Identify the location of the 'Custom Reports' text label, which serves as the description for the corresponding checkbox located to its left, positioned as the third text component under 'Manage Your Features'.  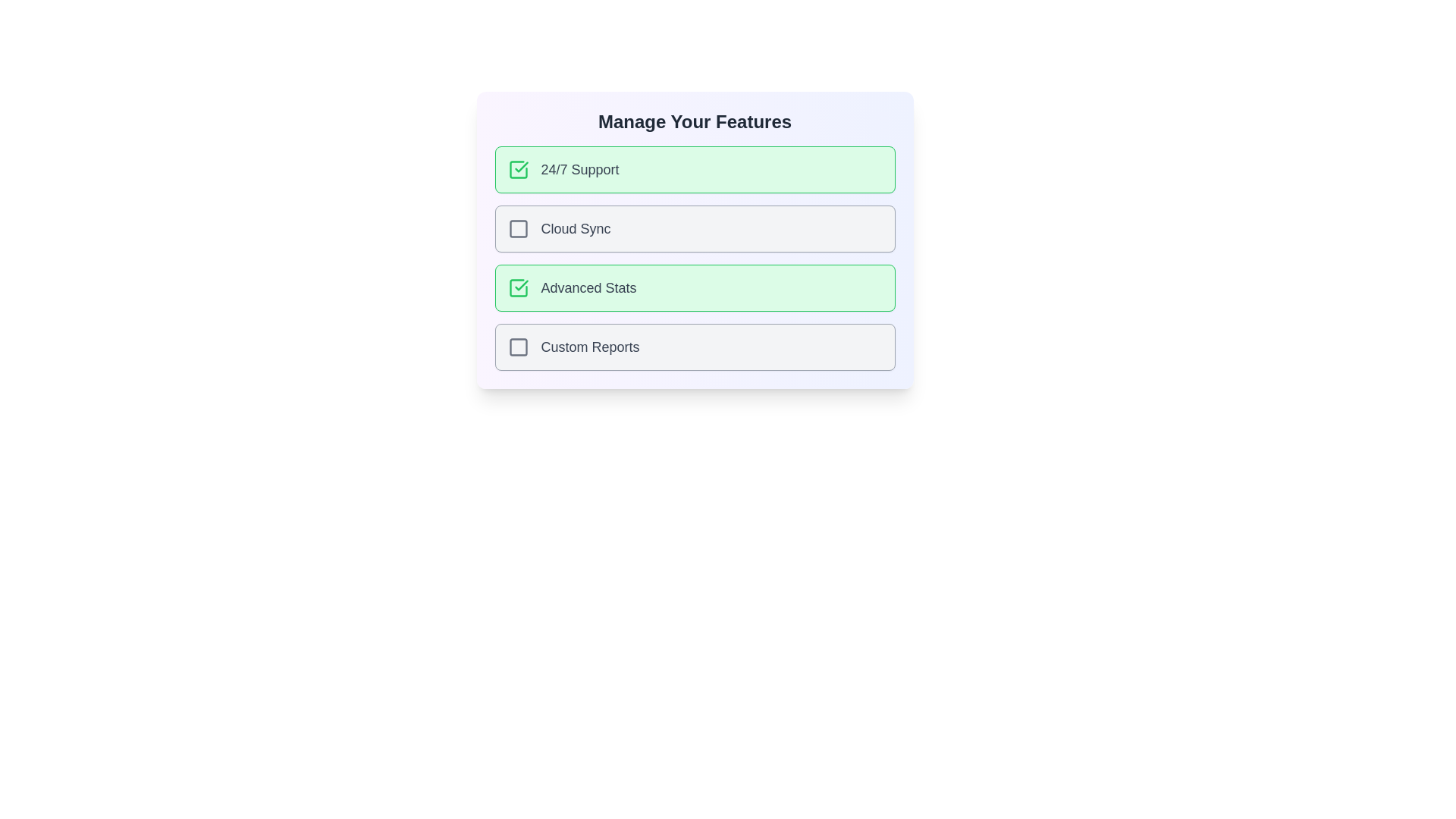
(589, 347).